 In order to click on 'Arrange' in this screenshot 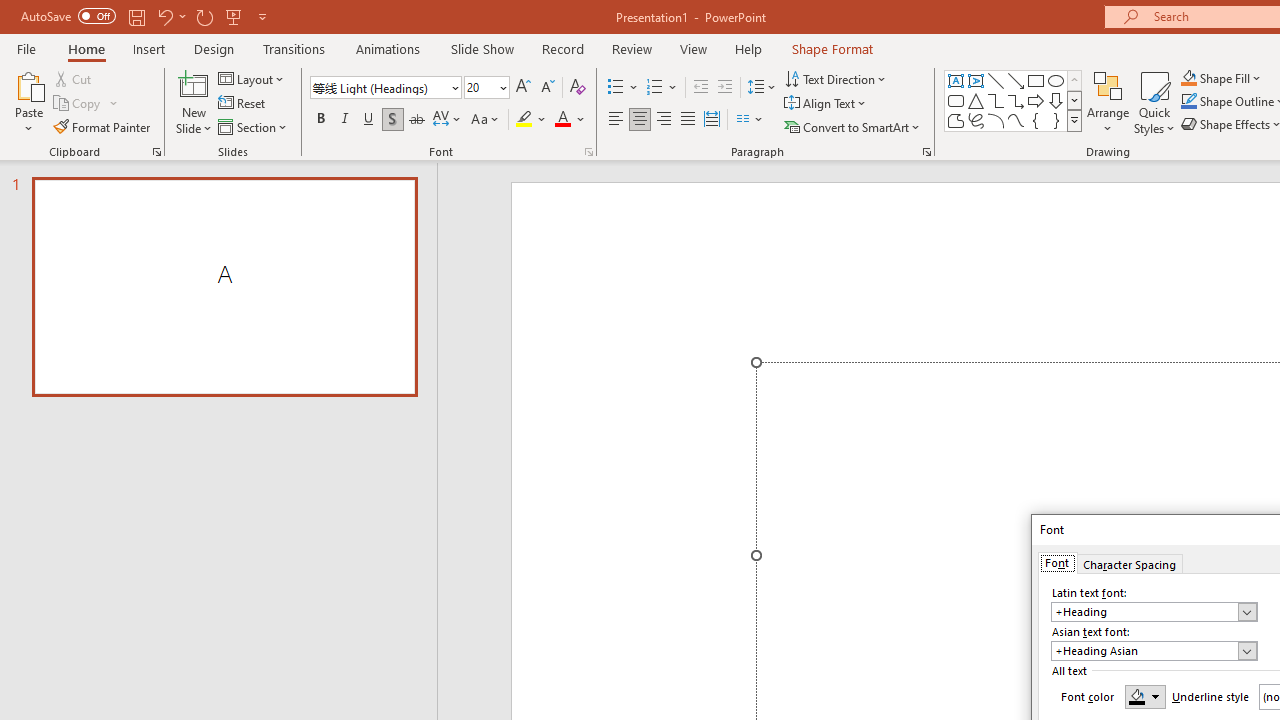, I will do `click(1107, 103)`.